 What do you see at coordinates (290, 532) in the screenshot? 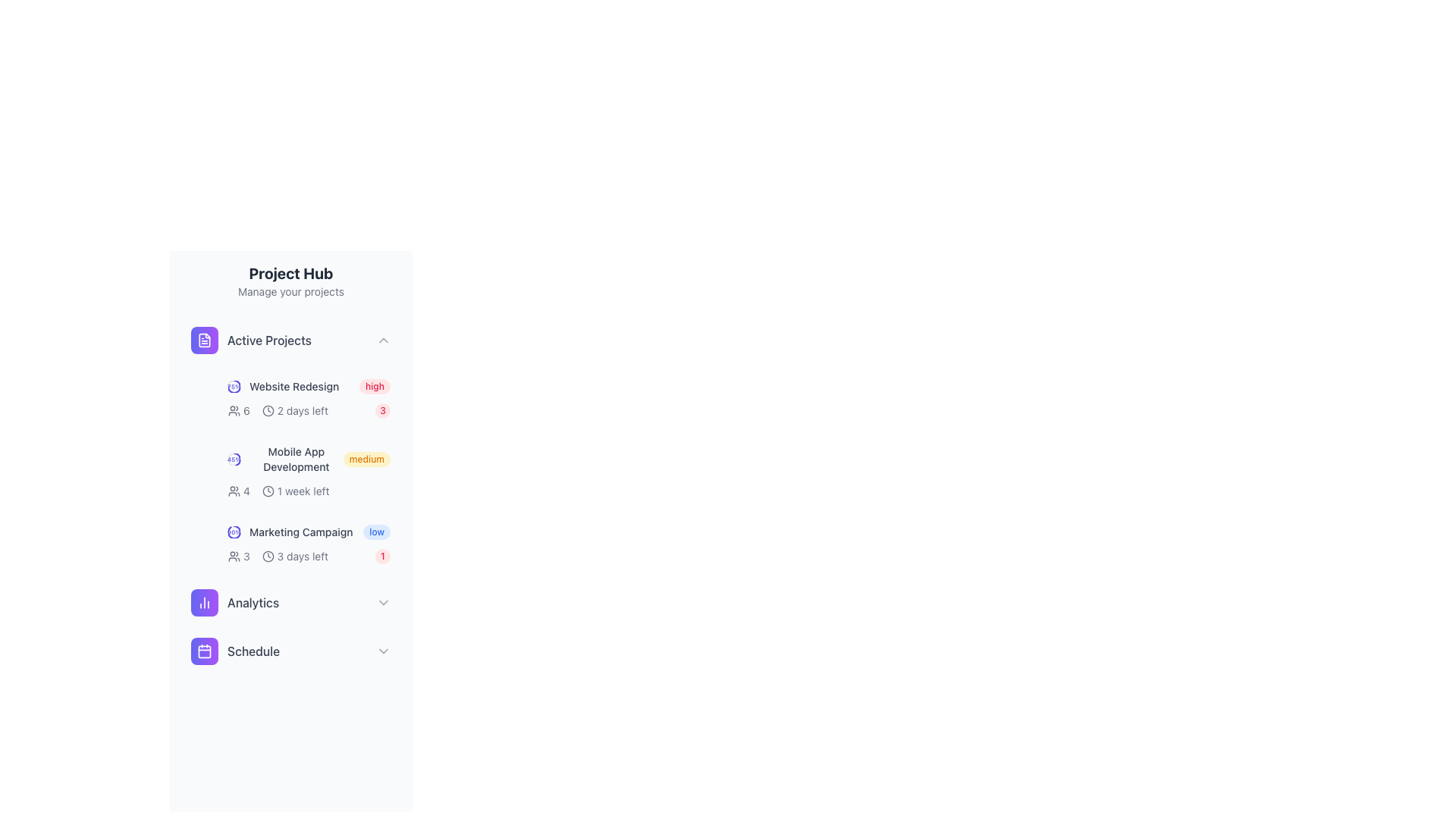
I see `the text 'Marketing Campaign' in the Active Projects section of the Project Hub` at bounding box center [290, 532].